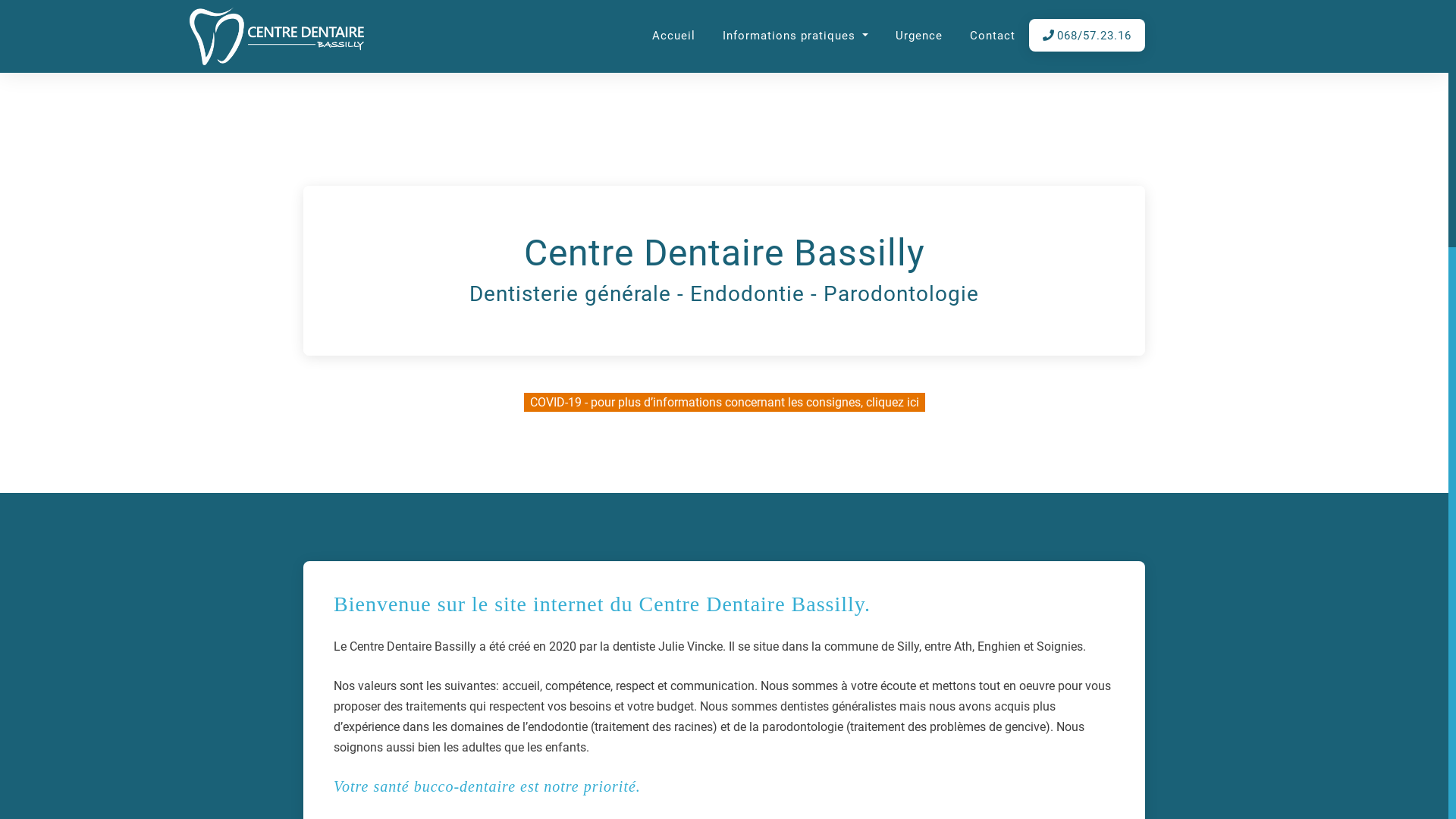 The width and height of the screenshot is (1456, 819). What do you see at coordinates (889, 36) in the screenshot?
I see `'Urgence'` at bounding box center [889, 36].